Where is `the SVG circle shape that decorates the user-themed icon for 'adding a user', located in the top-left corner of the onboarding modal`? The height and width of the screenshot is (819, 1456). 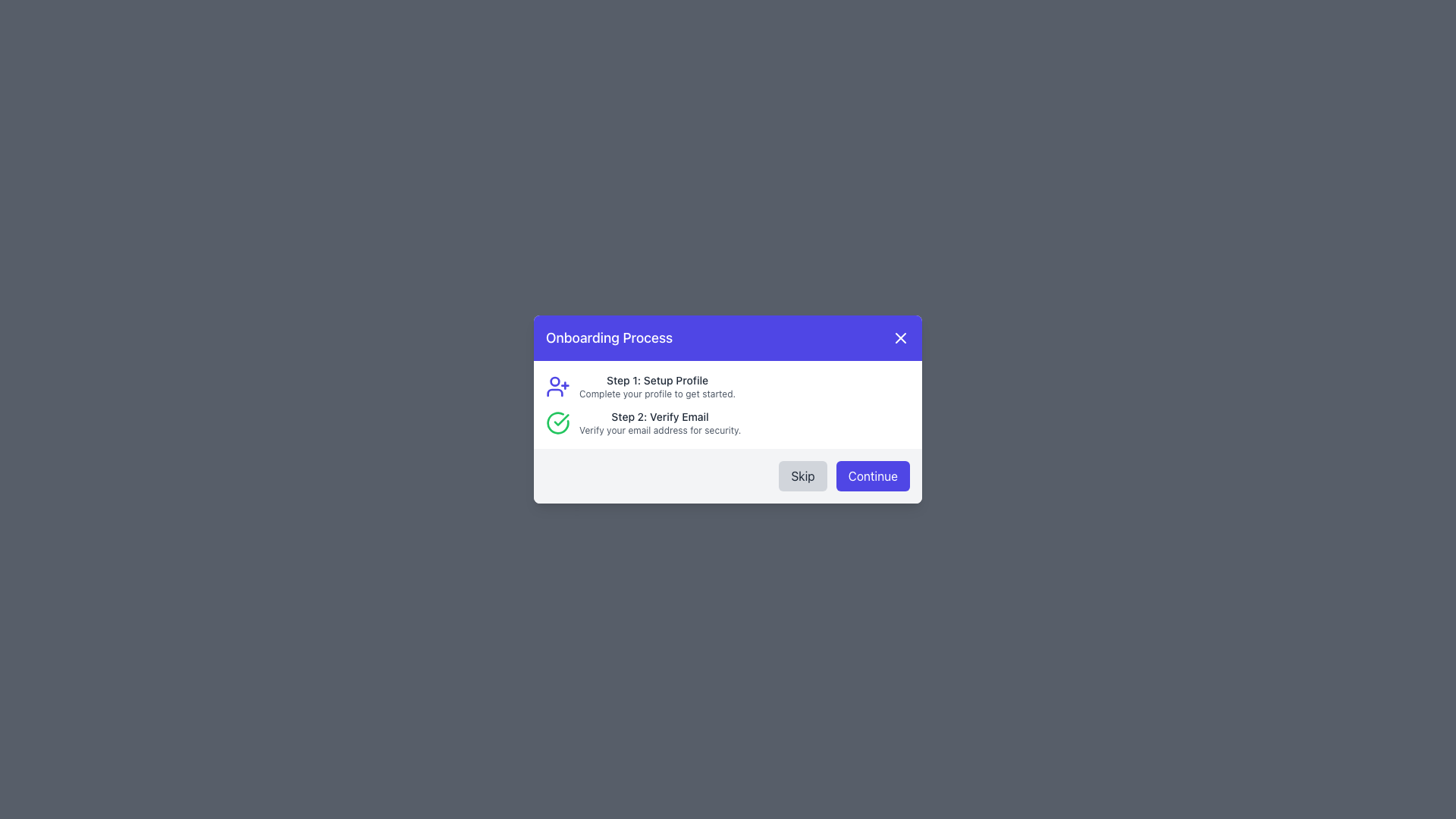 the SVG circle shape that decorates the user-themed icon for 'adding a user', located in the top-left corner of the onboarding modal is located at coordinates (554, 380).